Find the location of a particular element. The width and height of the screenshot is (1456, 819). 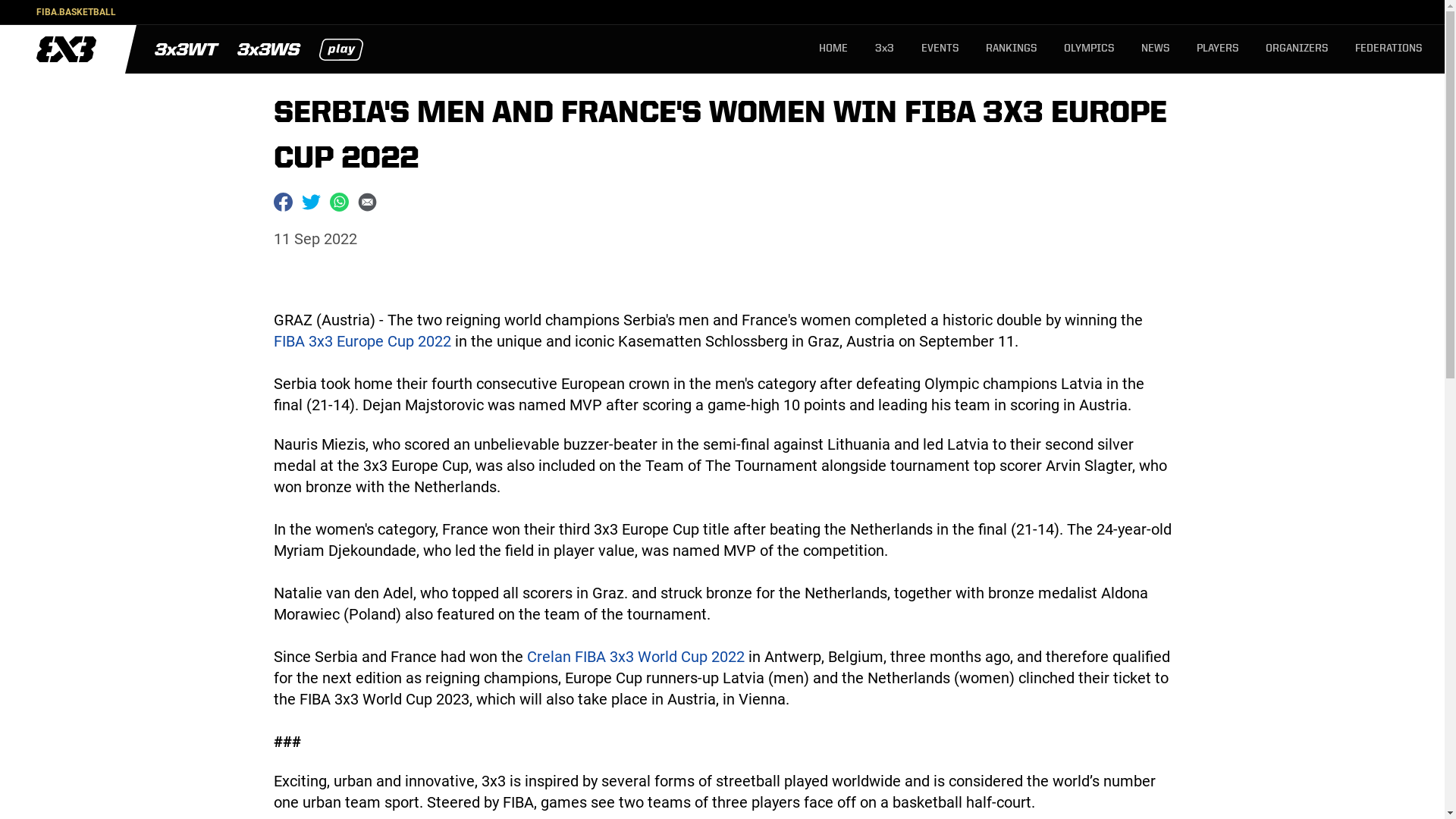

'HOME' is located at coordinates (833, 48).